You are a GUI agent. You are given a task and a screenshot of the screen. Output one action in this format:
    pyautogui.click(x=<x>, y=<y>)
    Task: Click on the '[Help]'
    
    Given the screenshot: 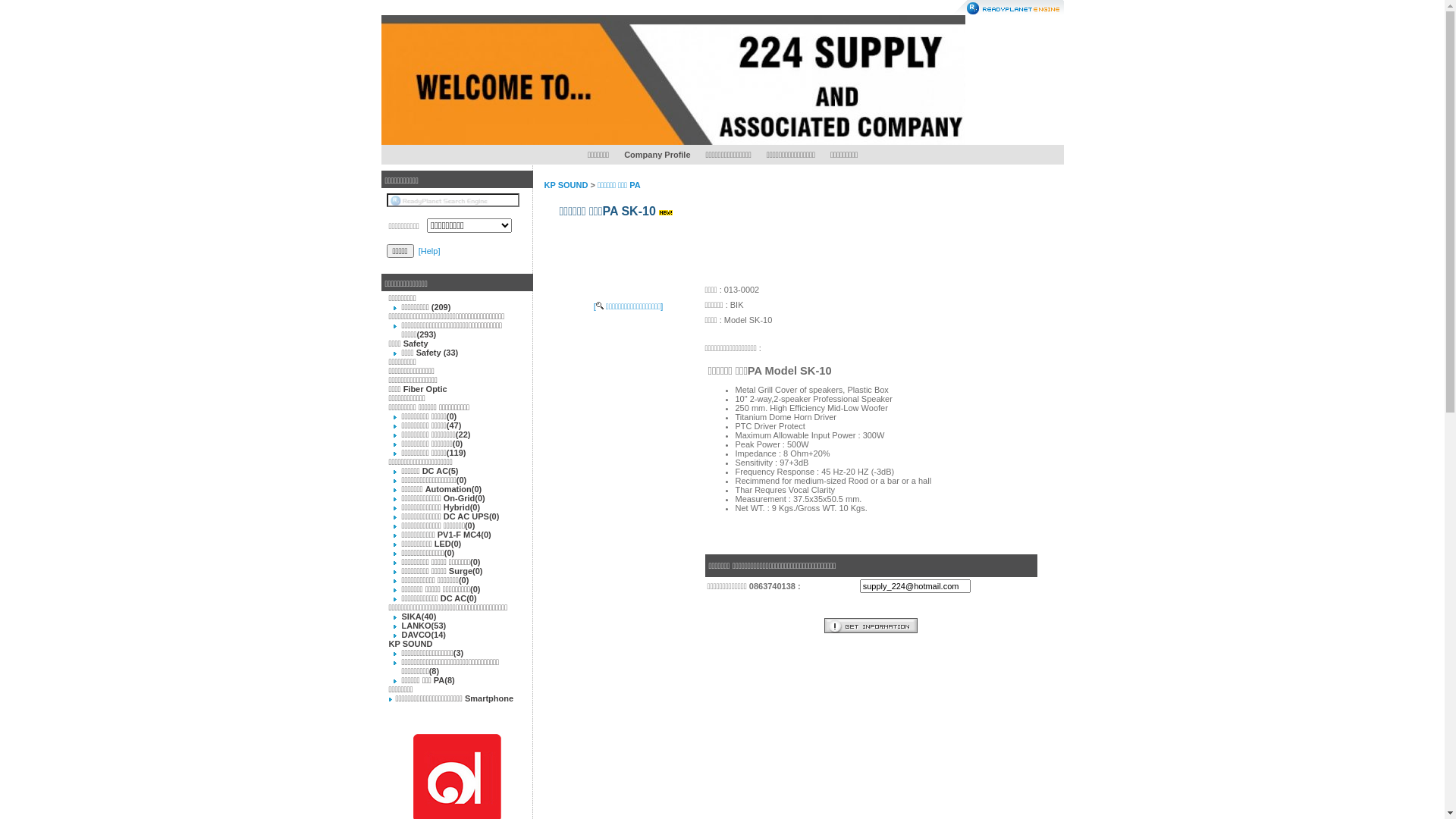 What is the action you would take?
    pyautogui.click(x=419, y=250)
    